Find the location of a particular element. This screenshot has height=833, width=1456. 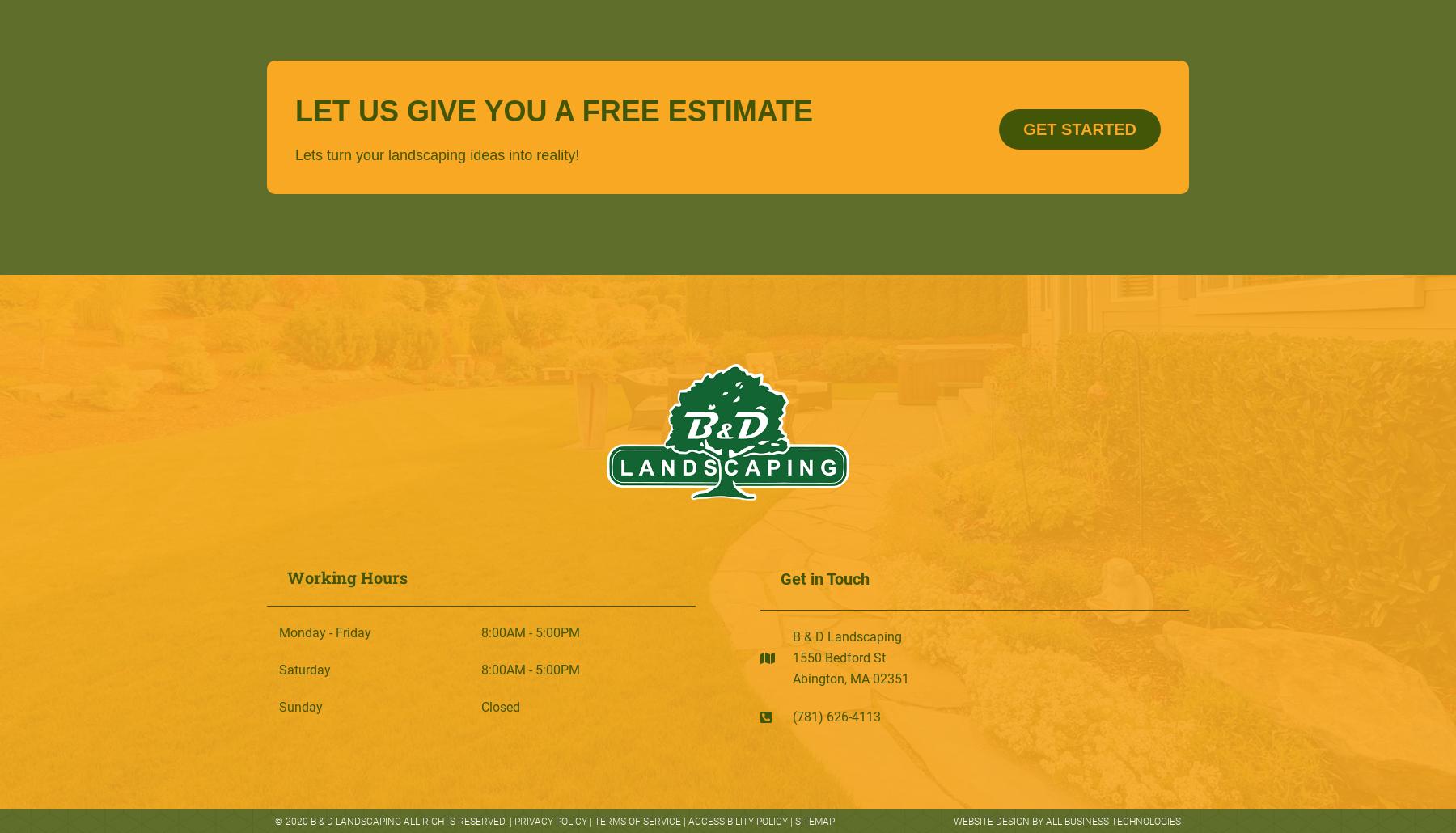

'Website Design By All Business Technologies' is located at coordinates (1067, 819).